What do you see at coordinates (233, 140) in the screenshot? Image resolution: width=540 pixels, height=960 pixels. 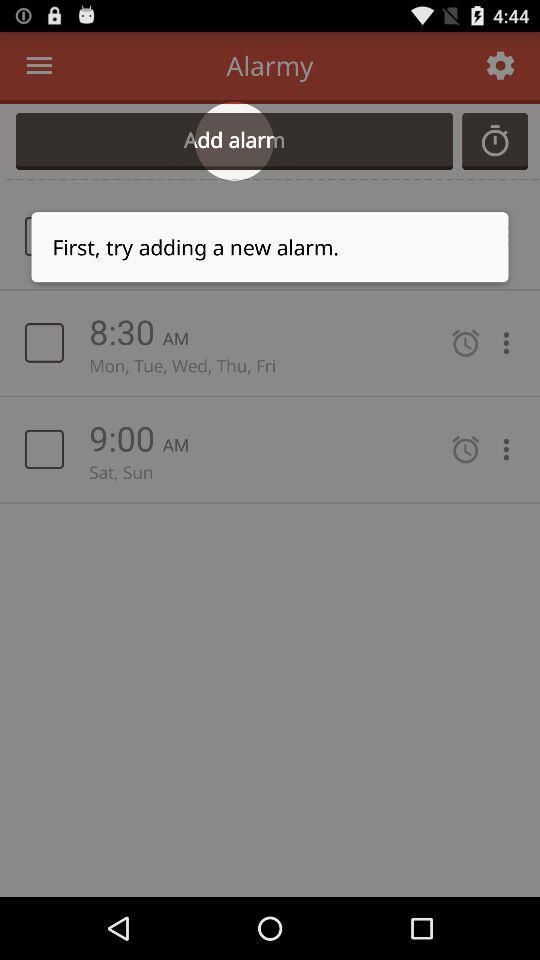 I see `add alarm icon` at bounding box center [233, 140].